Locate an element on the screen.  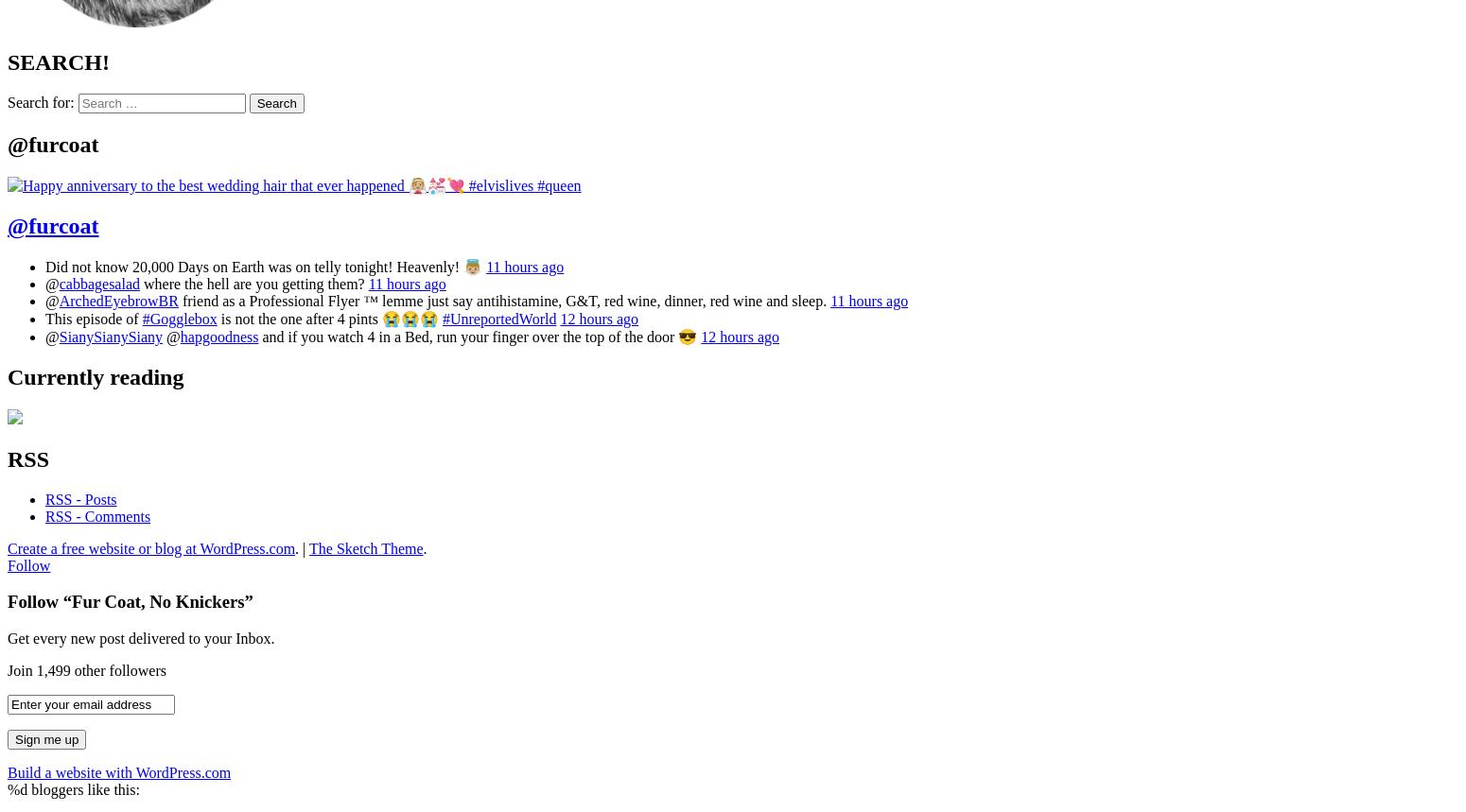
'Build a website with WordPress.com' is located at coordinates (7, 771).